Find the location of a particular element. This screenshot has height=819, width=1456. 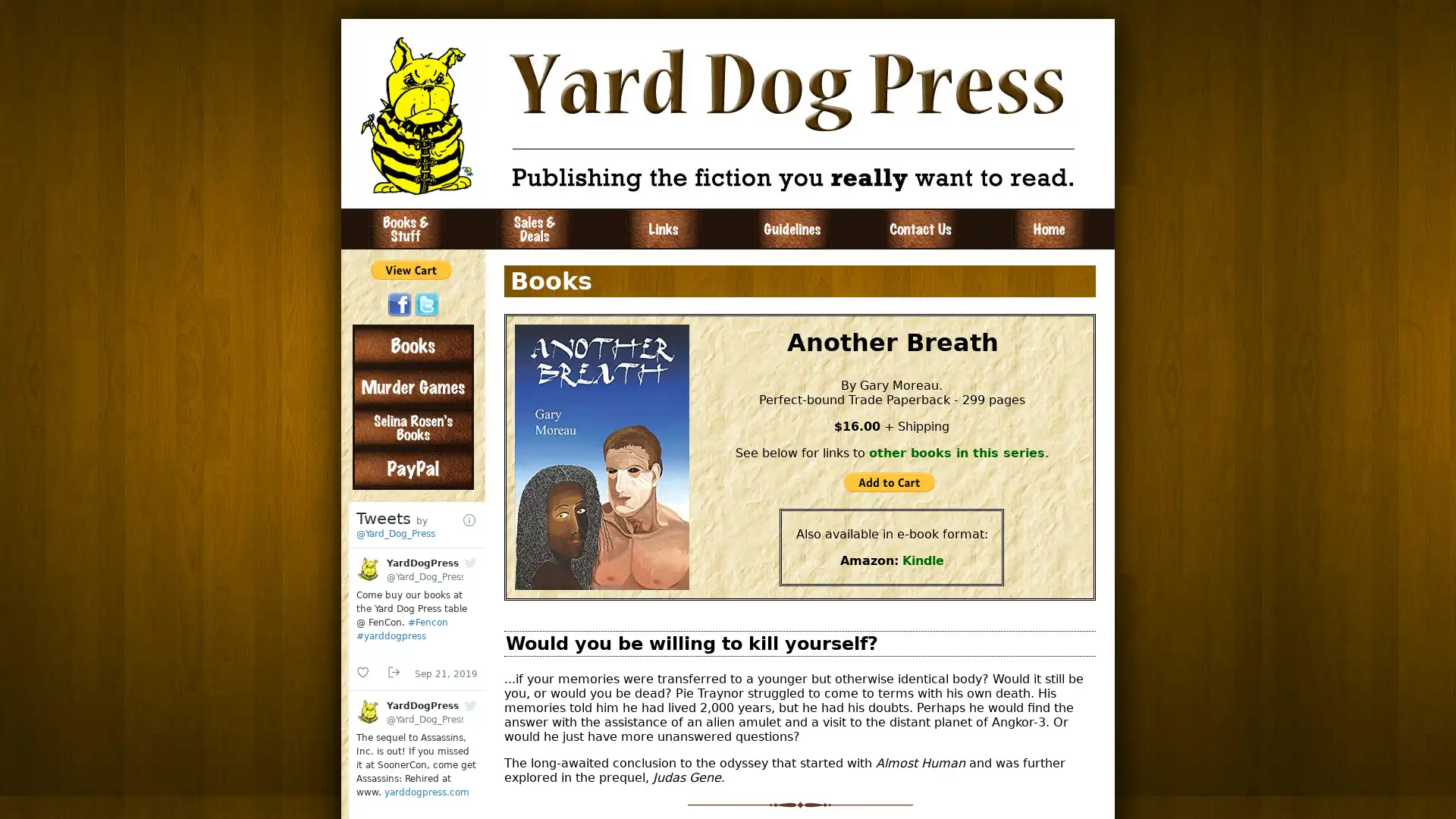

PayPal - The safer, easier way to pay online! is located at coordinates (889, 482).